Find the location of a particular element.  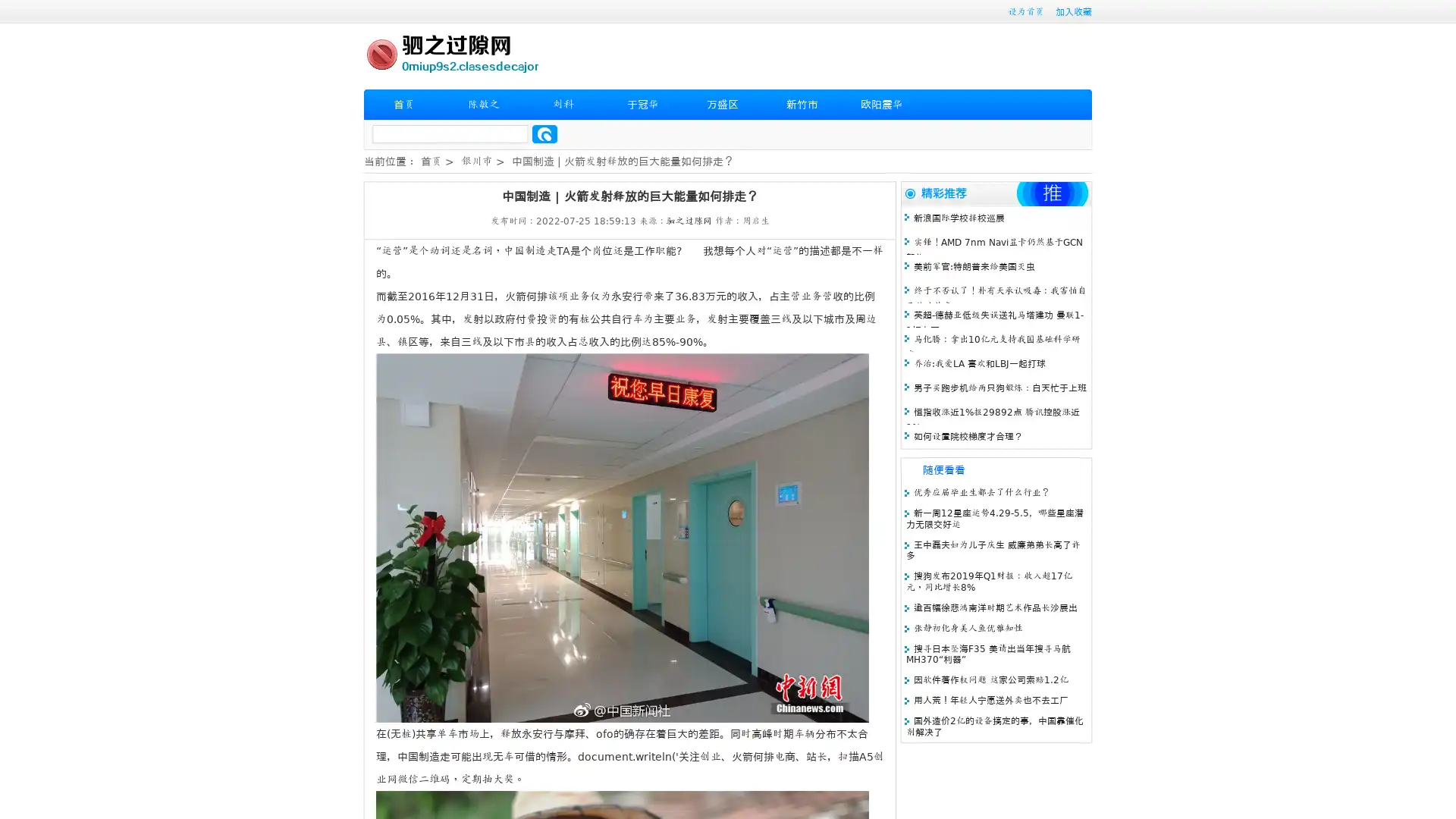

Search is located at coordinates (544, 133).